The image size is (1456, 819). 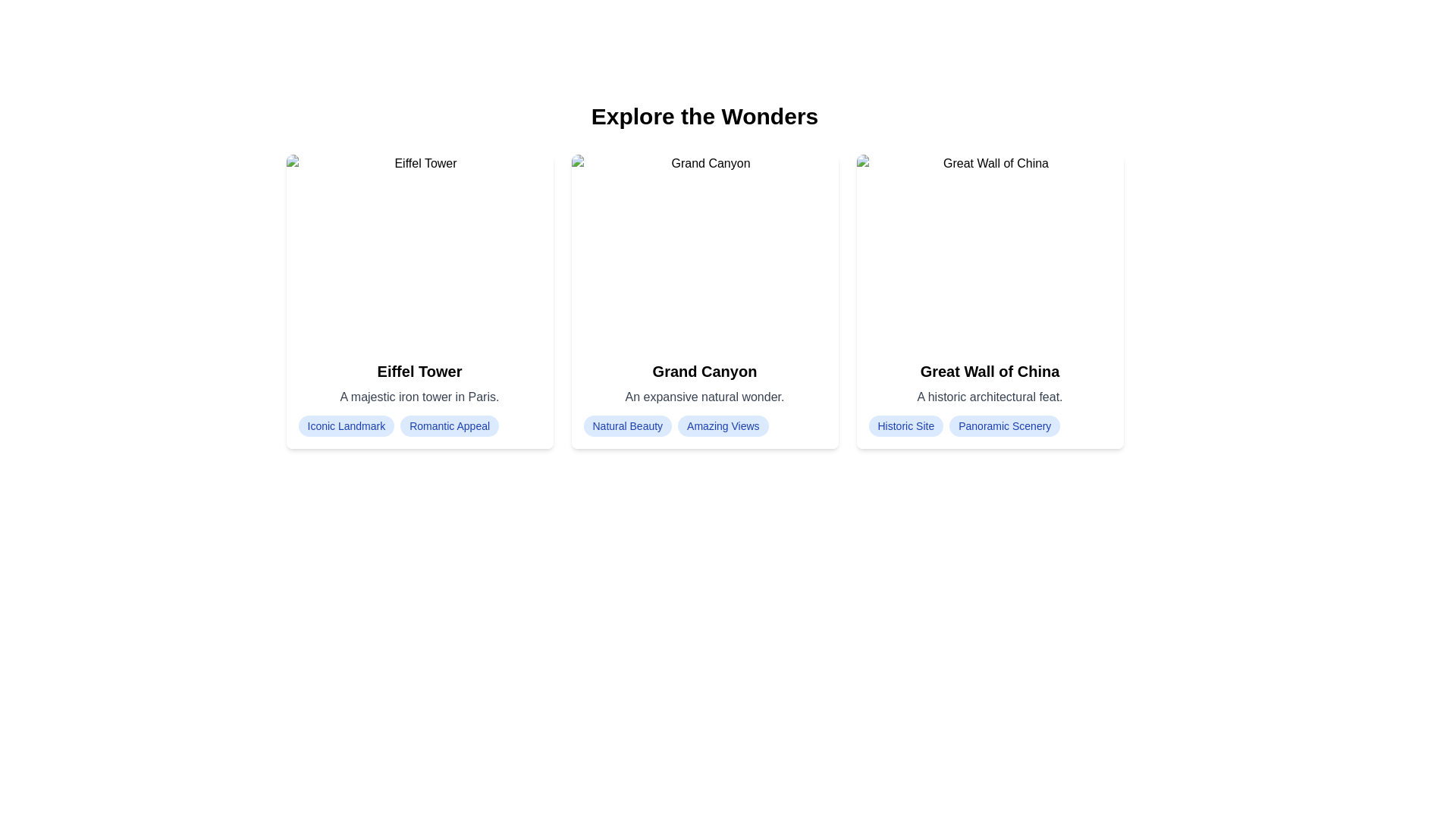 I want to click on the interactive bookmark button located at the bottom-right corner of the 'Grand Canyon' section, so click(x=810, y=421).